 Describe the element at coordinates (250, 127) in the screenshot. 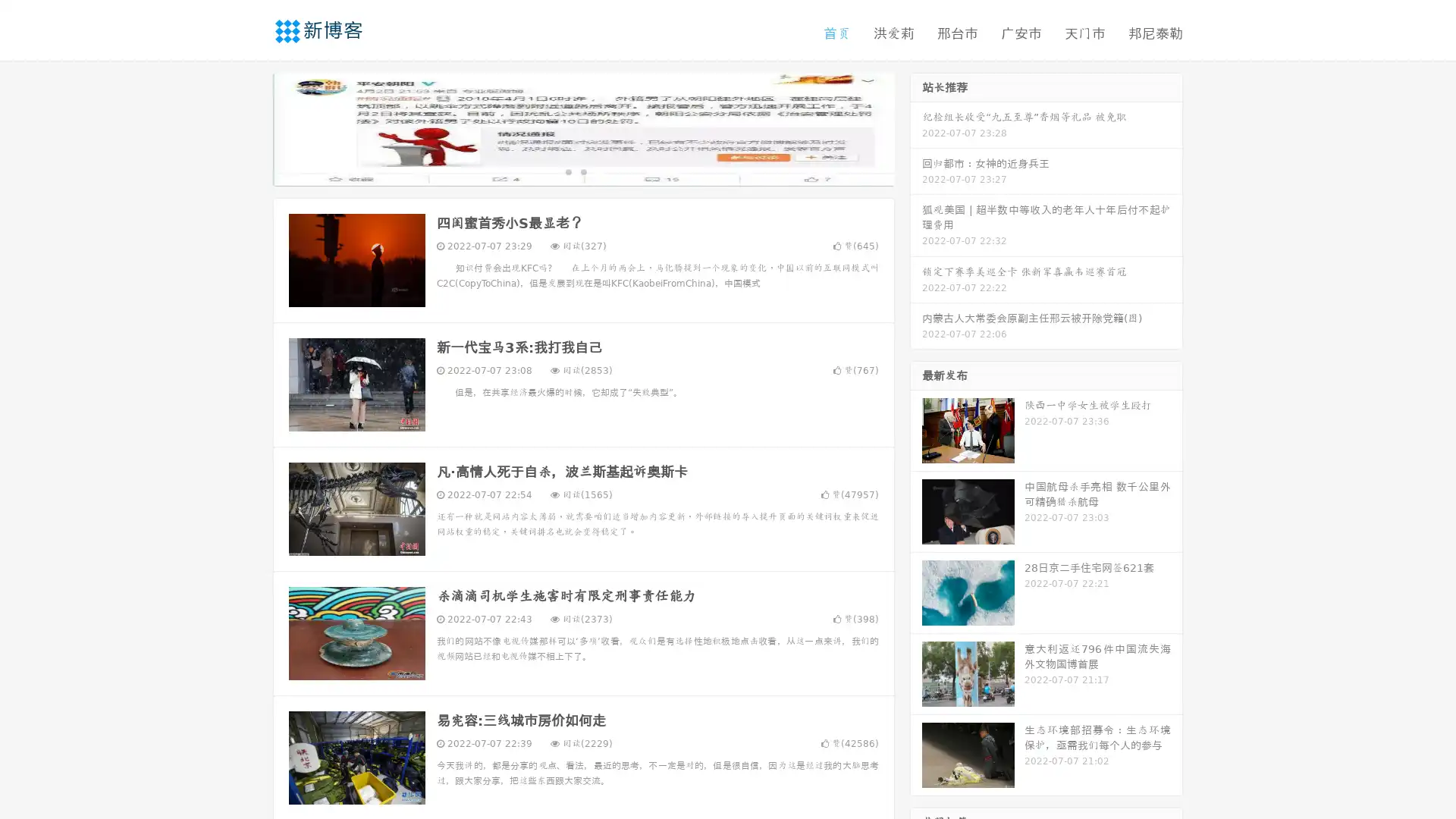

I see `Previous slide` at that location.